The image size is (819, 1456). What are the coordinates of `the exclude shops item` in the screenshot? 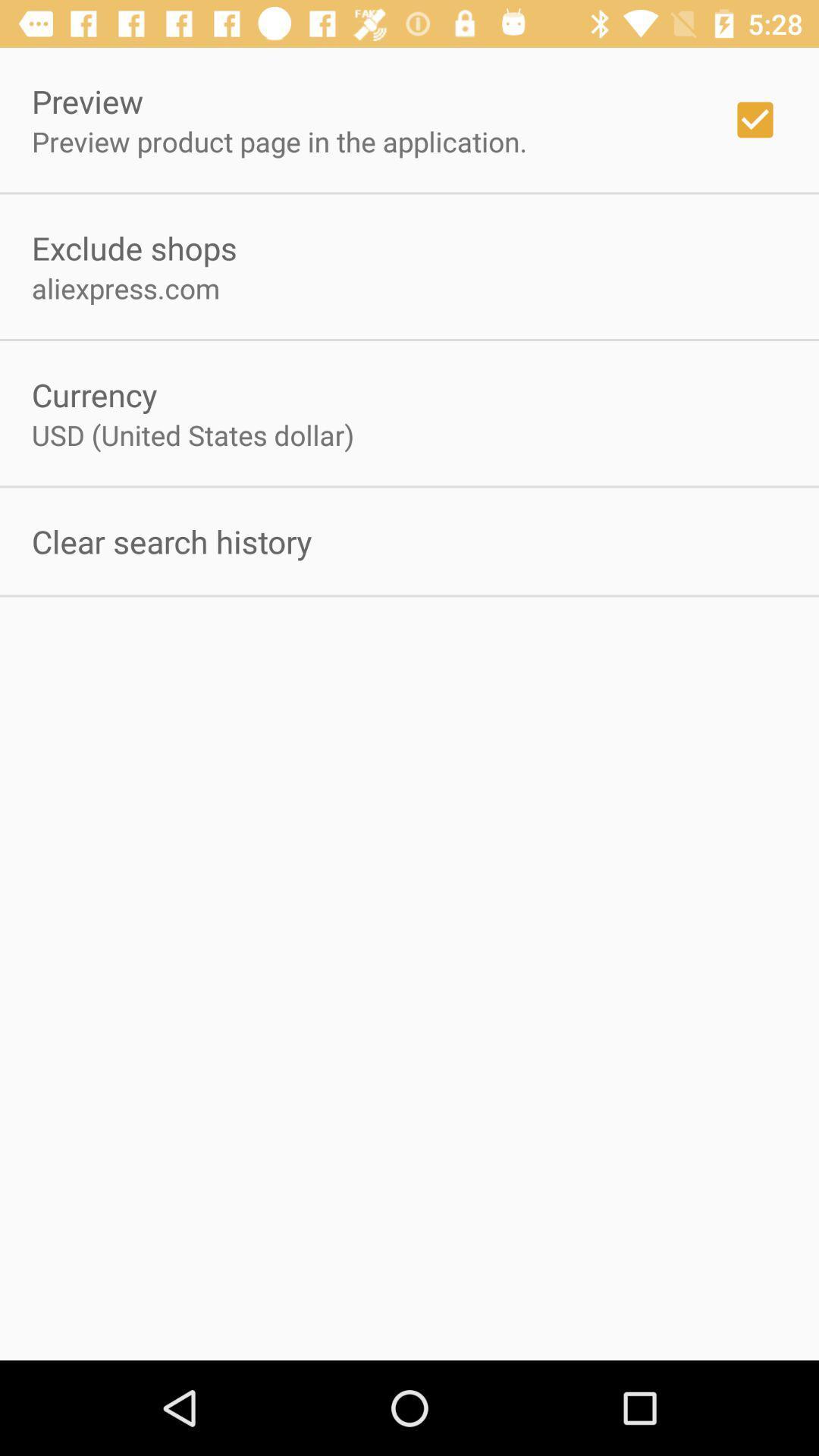 It's located at (133, 247).